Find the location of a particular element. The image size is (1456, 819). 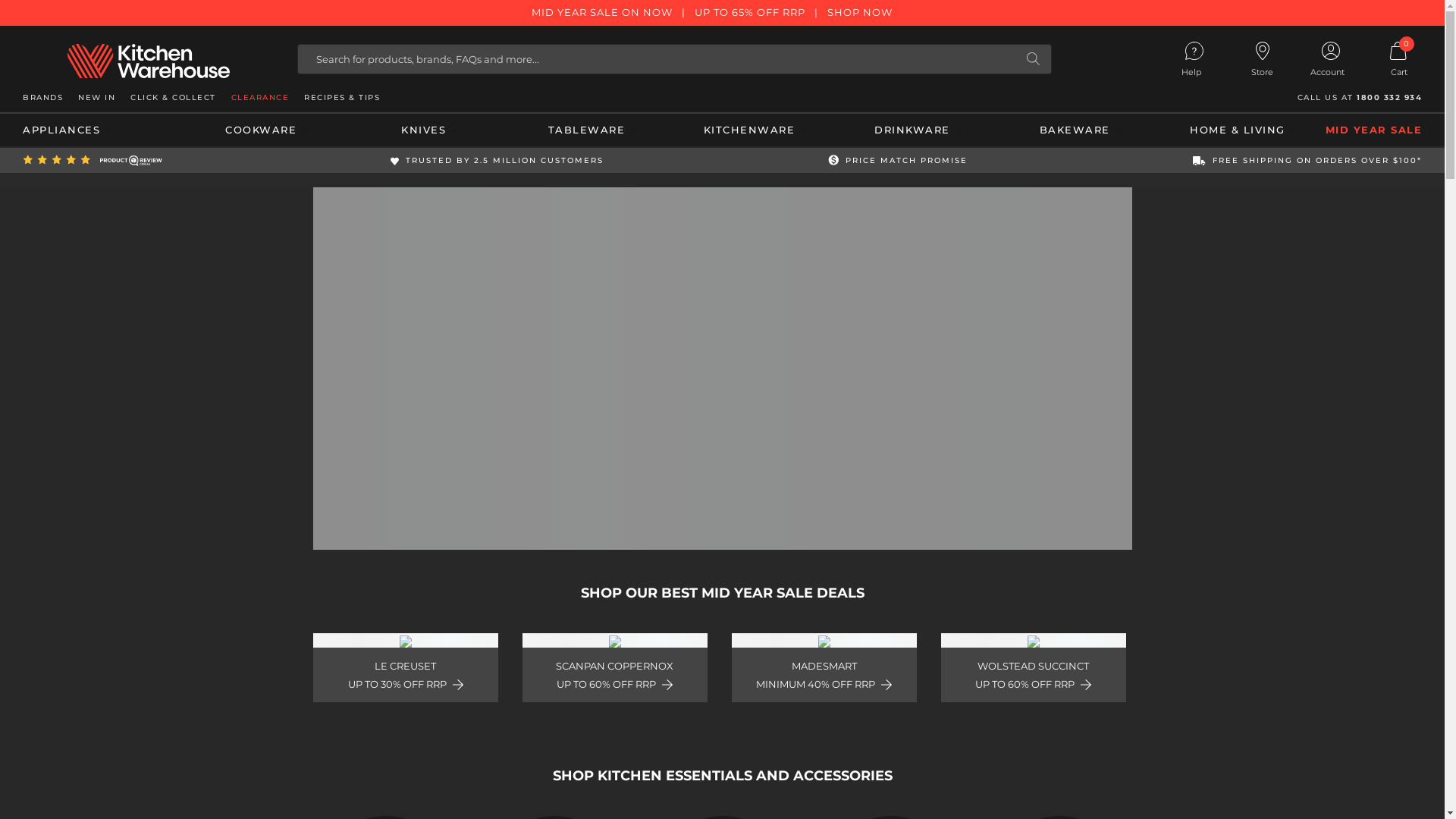

'MADESMART is located at coordinates (822, 667).